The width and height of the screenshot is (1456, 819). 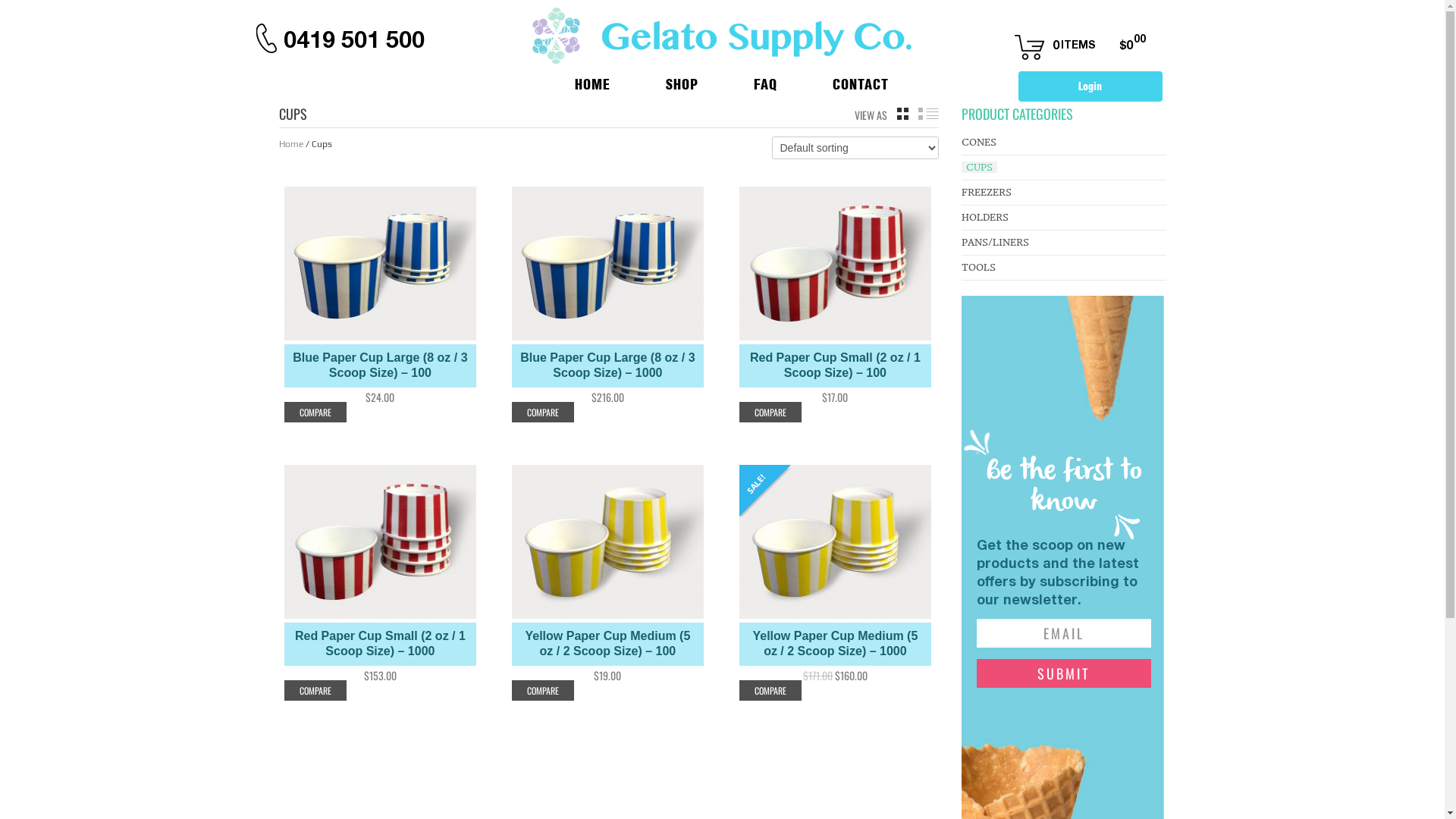 What do you see at coordinates (979, 142) in the screenshot?
I see `'CONES'` at bounding box center [979, 142].